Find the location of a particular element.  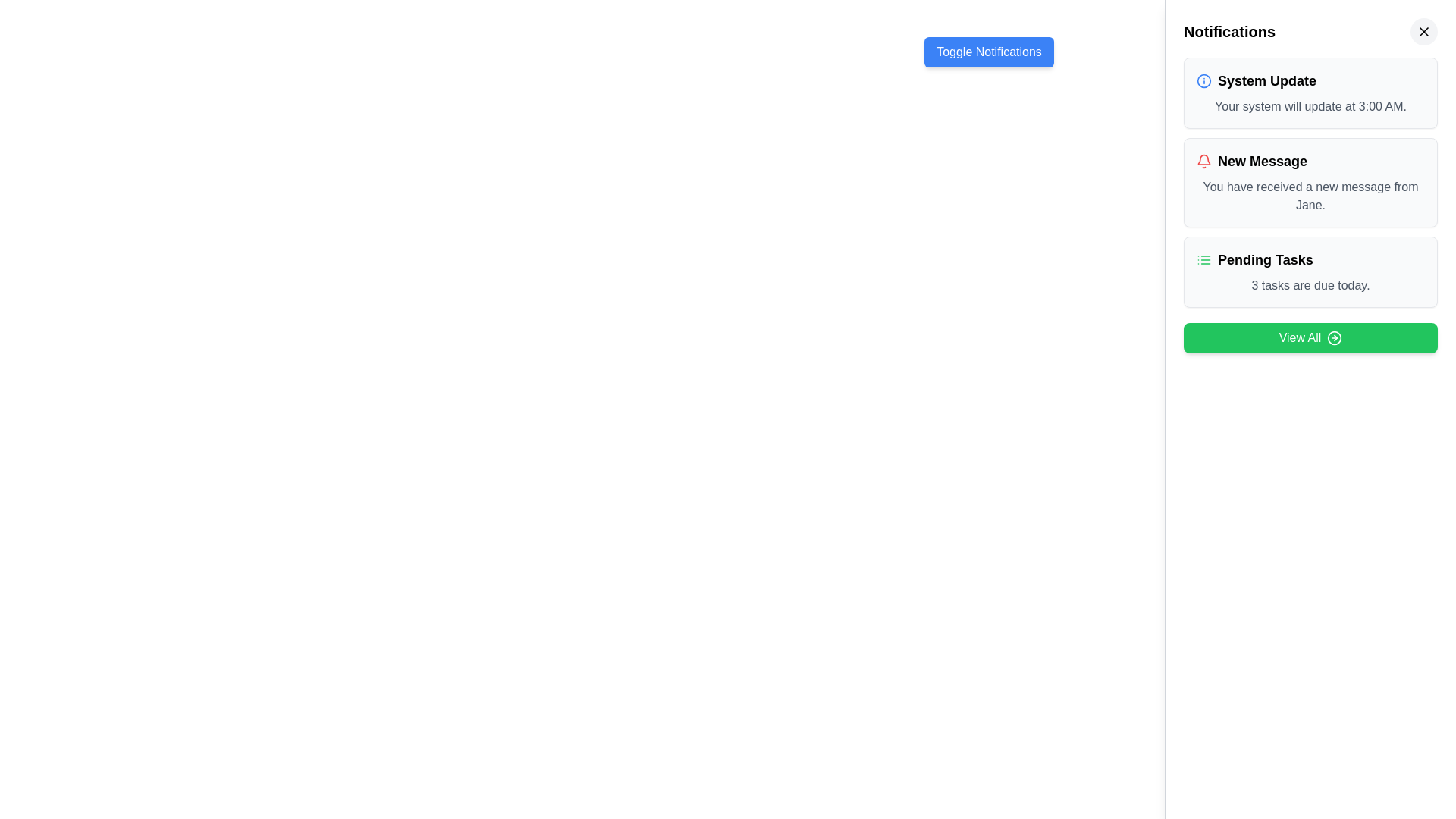

the Close button icon, which is a small black cross icon on a light gray circular background located at the top-right corner of the notification panel, to observe the hover effect is located at coordinates (1423, 32).